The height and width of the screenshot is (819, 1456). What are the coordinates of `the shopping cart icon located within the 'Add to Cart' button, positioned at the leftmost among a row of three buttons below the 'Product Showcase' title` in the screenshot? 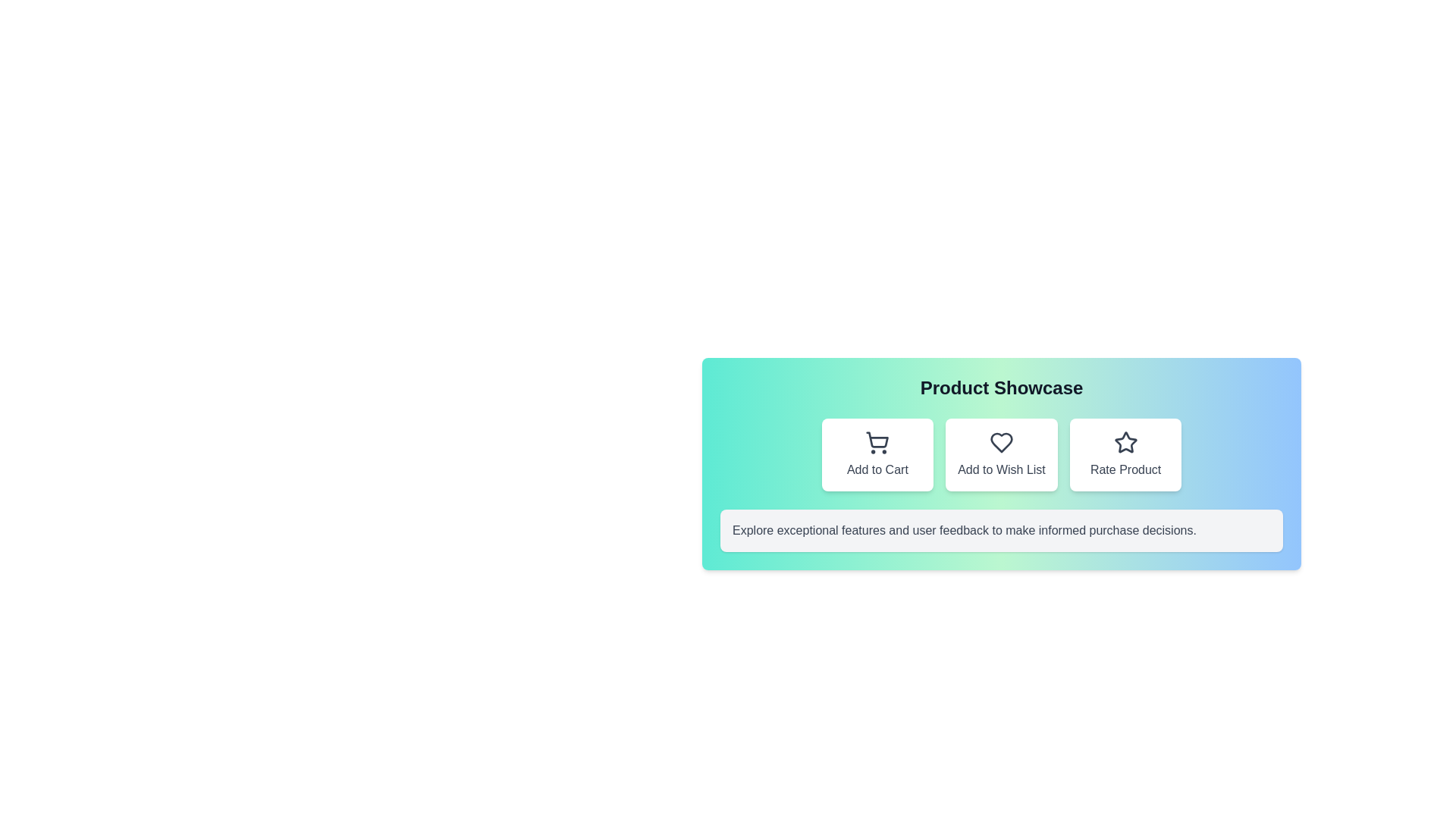 It's located at (877, 442).